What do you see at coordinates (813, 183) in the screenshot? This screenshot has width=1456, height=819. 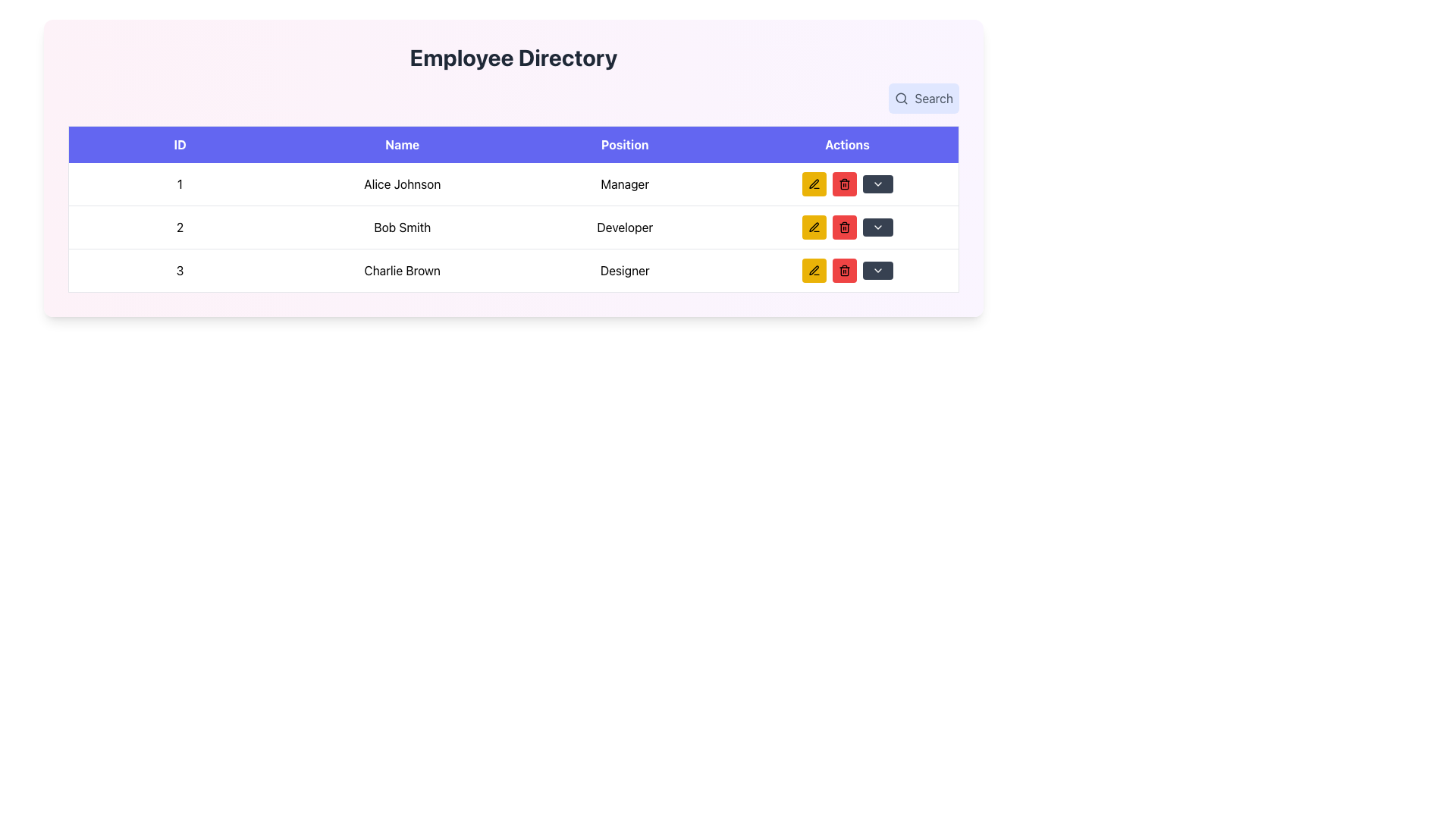 I see `the pen icon located in the 'Actions' column of the second row to initiate an edit action` at bounding box center [813, 183].